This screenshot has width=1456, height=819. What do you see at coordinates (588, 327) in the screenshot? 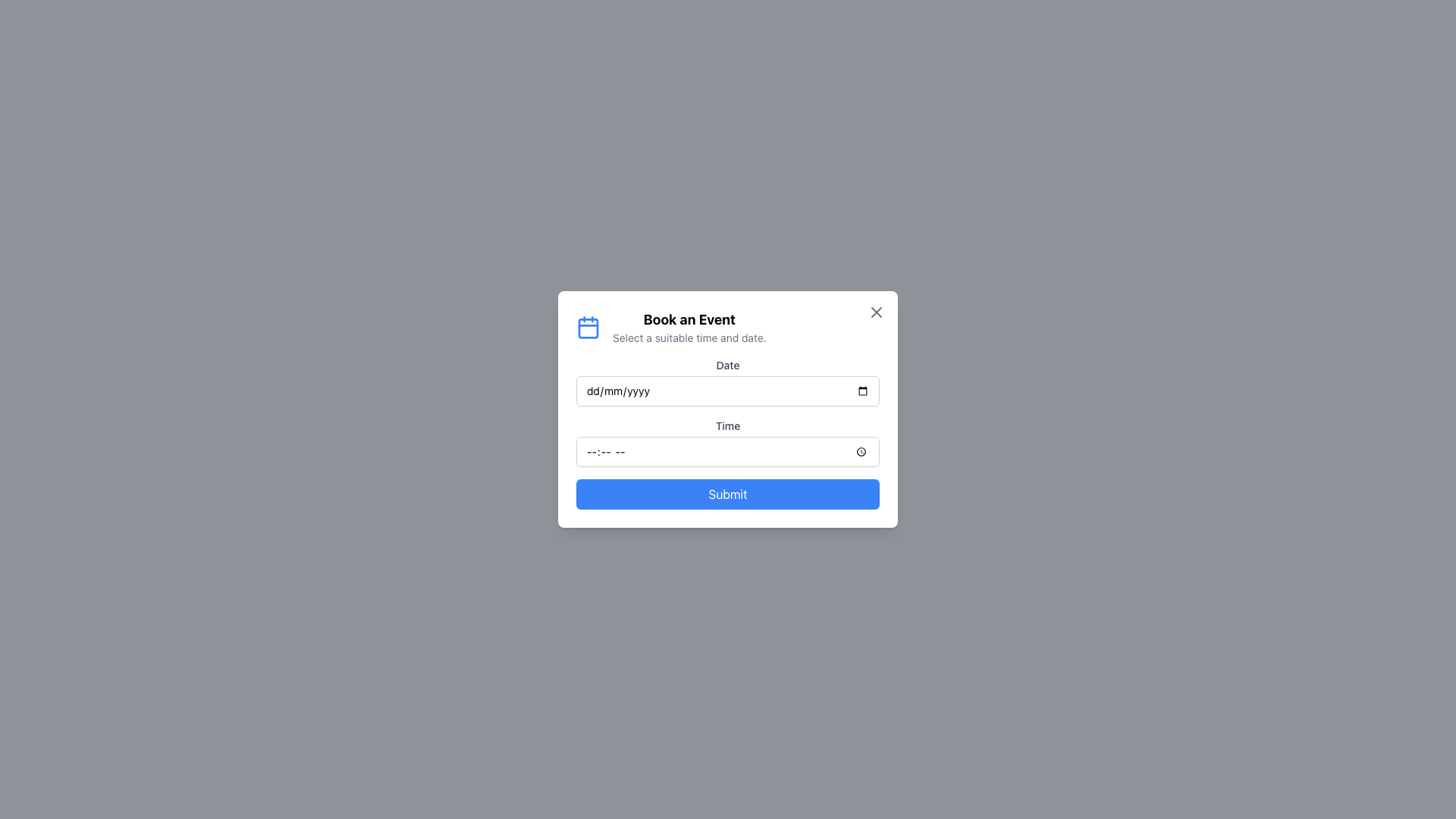
I see `the rounded rectangle element within the blue calendar icon located at the top-left of the 'Book an Event' modal dialog box` at bounding box center [588, 327].